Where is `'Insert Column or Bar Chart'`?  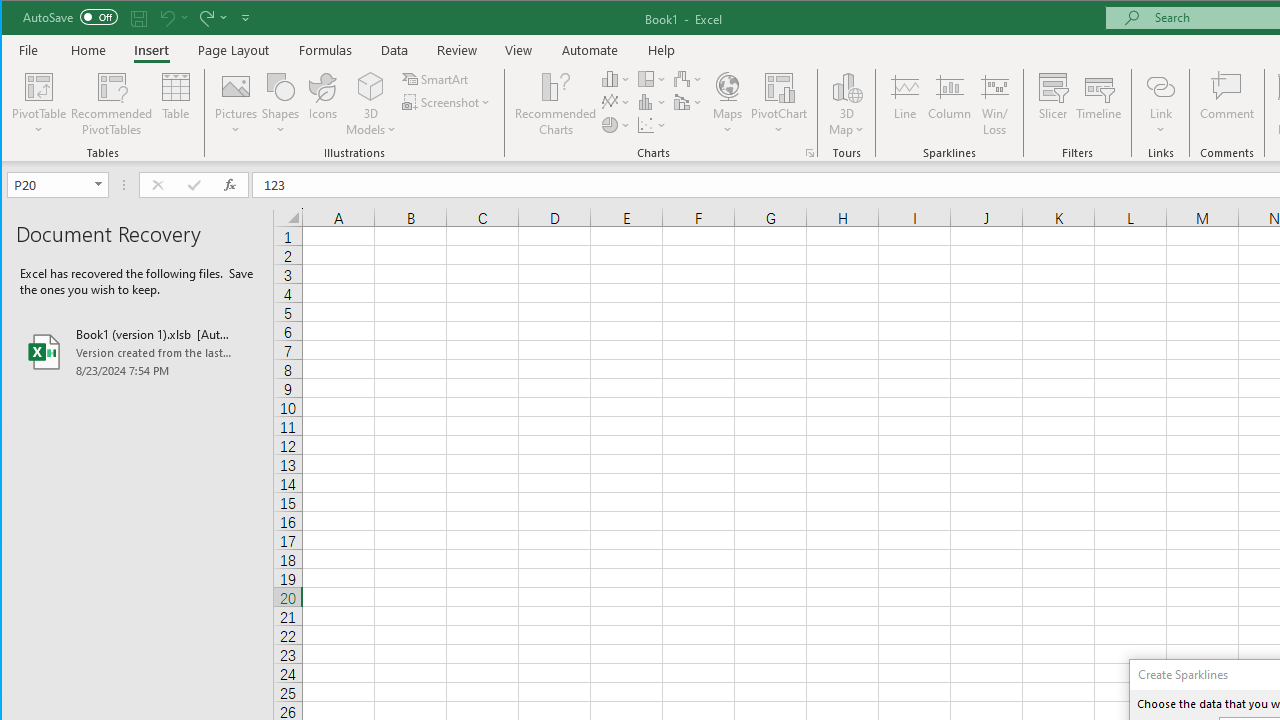 'Insert Column or Bar Chart' is located at coordinates (615, 78).